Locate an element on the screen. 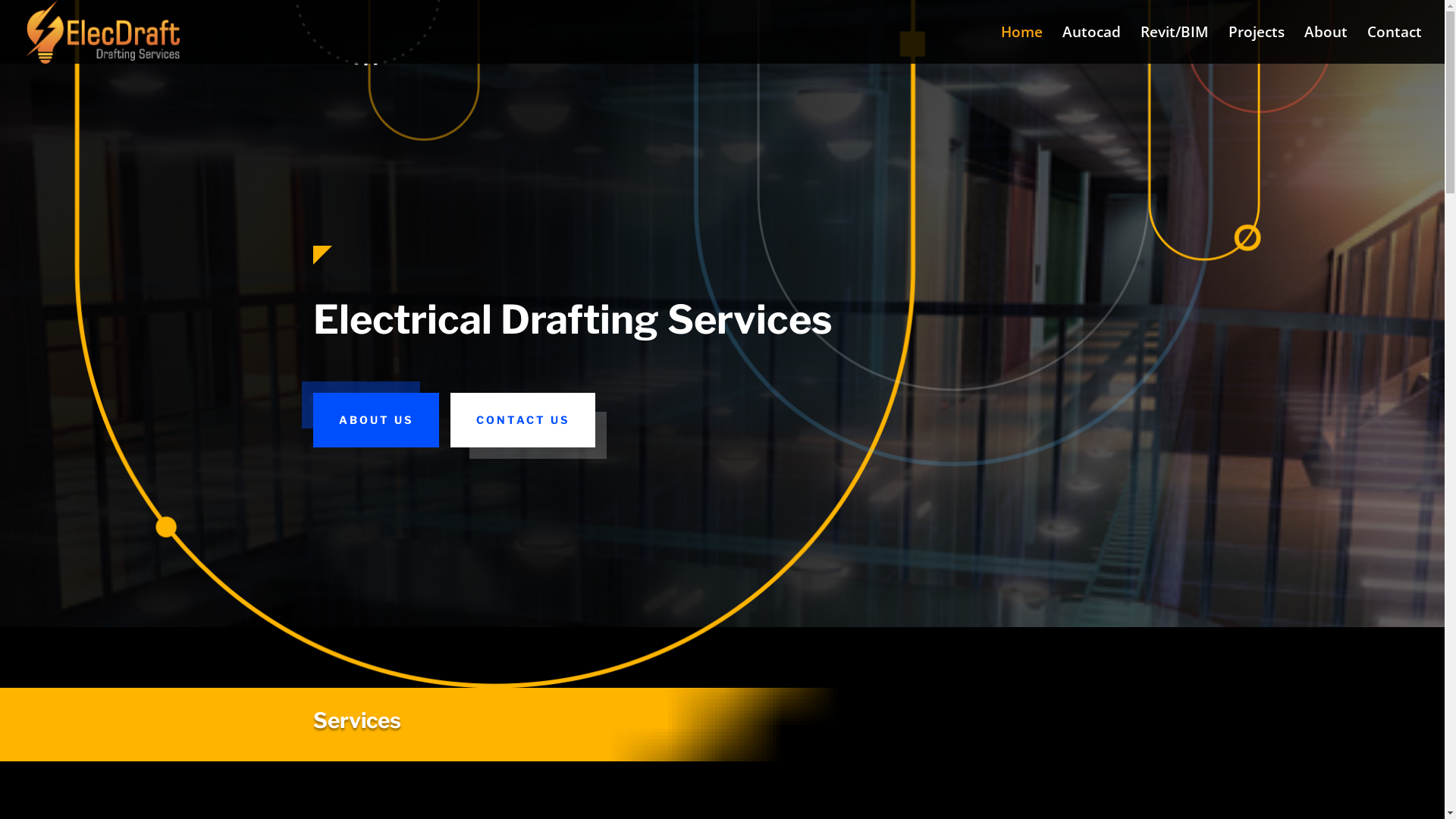 This screenshot has width=1456, height=819. 'ABOUT US' is located at coordinates (375, 420).